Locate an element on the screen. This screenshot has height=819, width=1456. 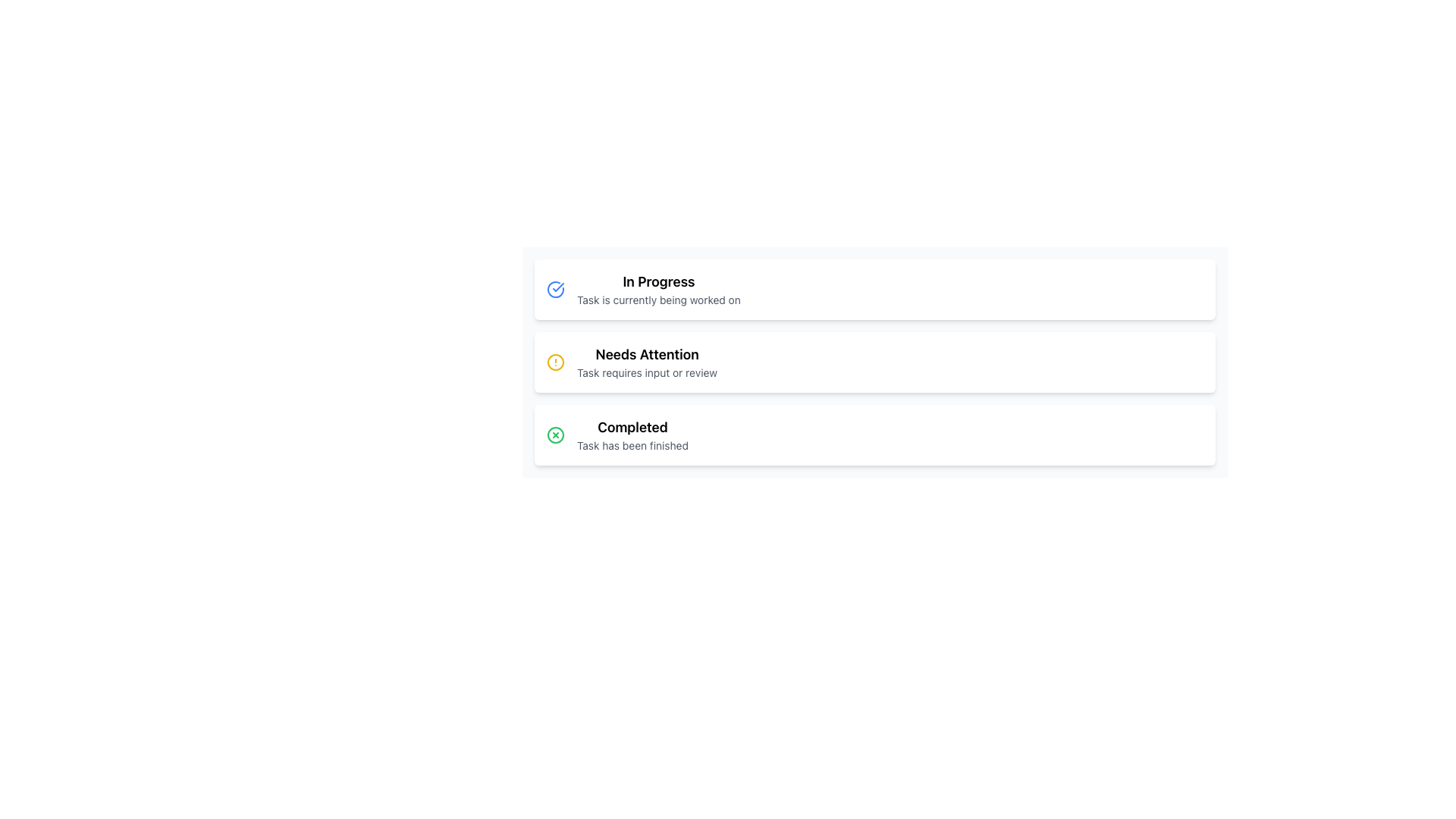
the Text label indicating the status of the task labeled 'Needs Attention', which is located within the second item of a vertical list is located at coordinates (647, 354).